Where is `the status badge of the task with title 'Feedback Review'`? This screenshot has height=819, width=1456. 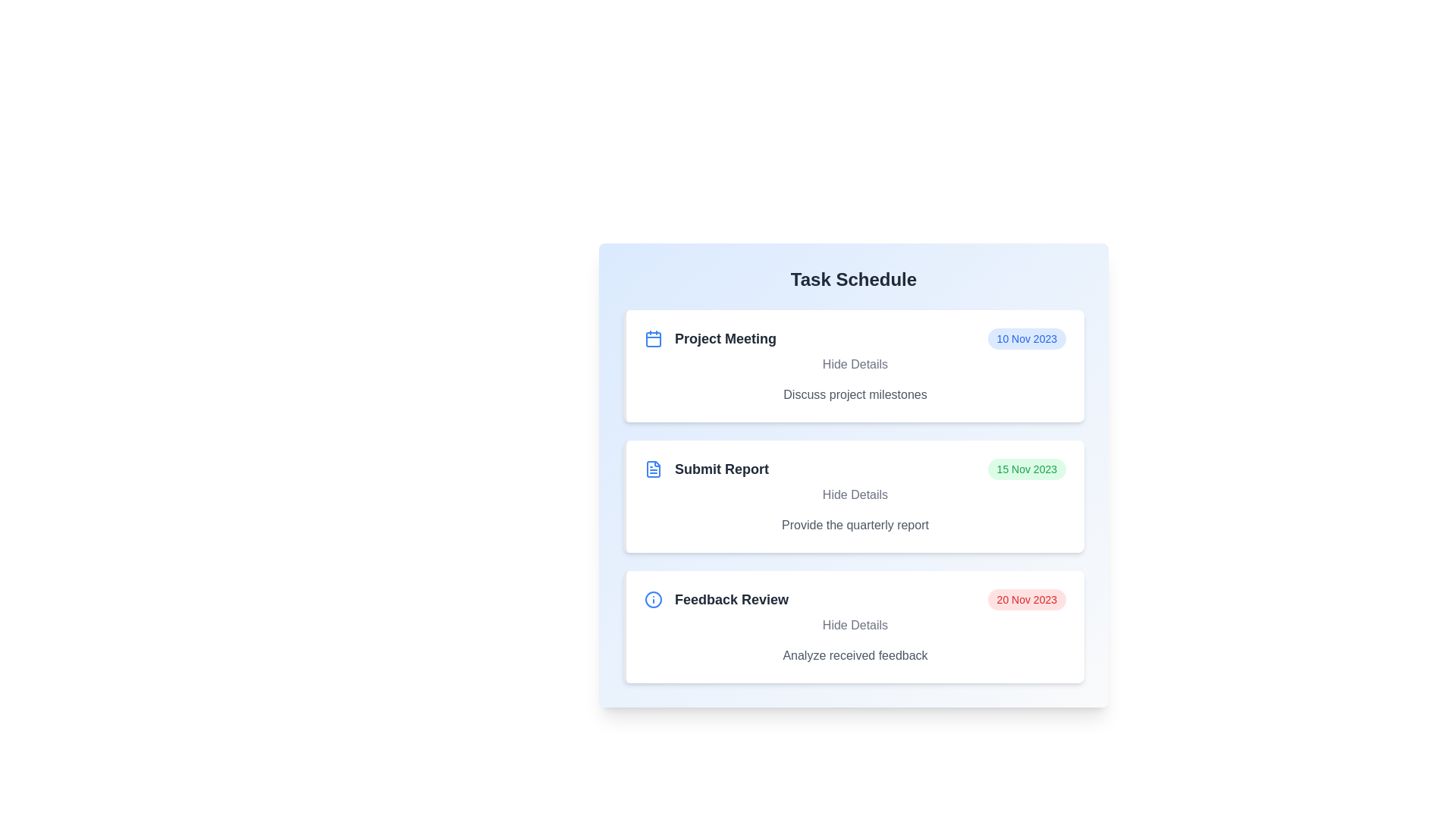
the status badge of the task with title 'Feedback Review' is located at coordinates (1027, 598).